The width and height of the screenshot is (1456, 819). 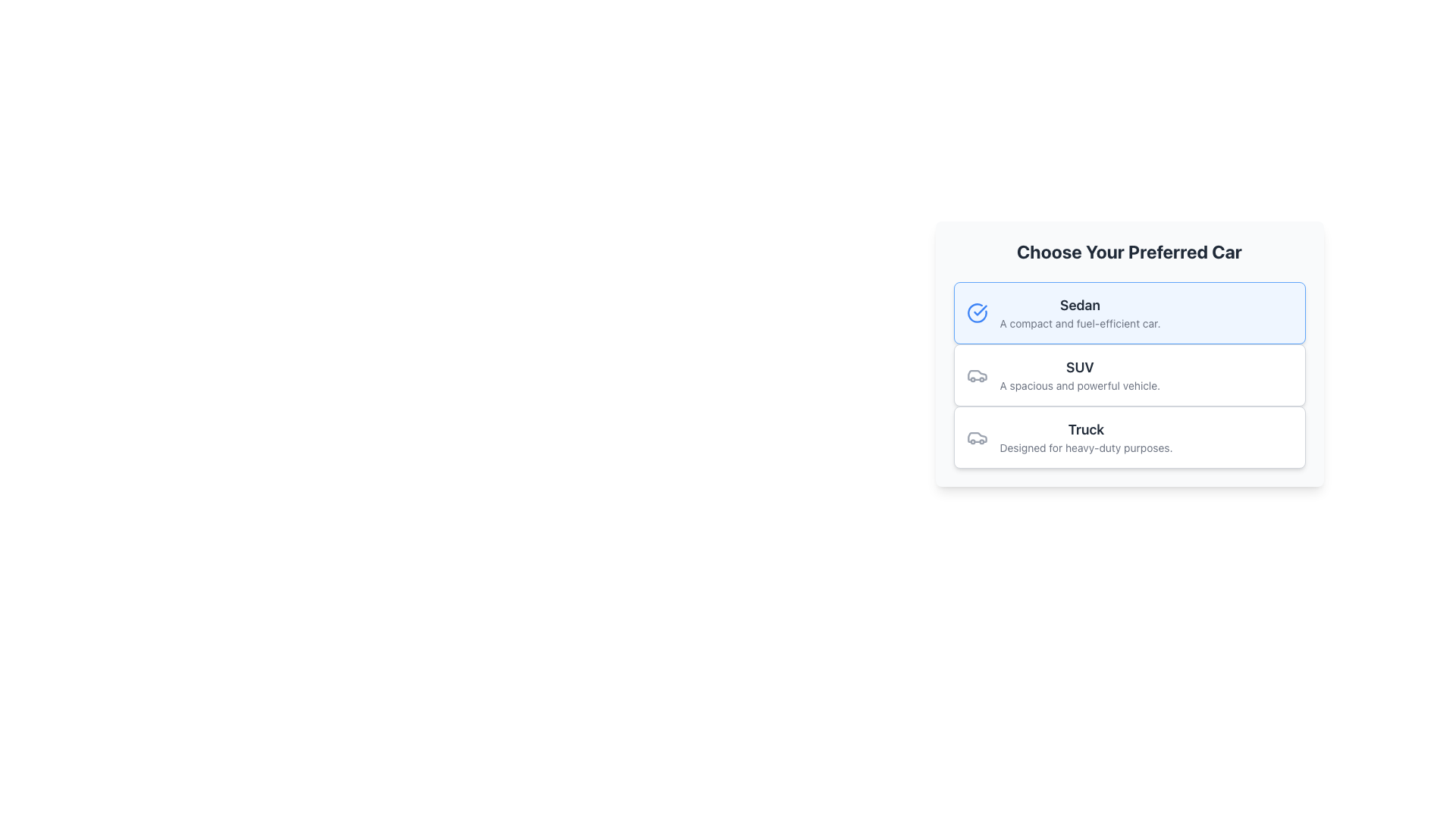 I want to click on the text element styled in small, light gray font, located below the title 'Sedan', which describes 'A compact and fuel-efficient car.', so click(x=1079, y=323).